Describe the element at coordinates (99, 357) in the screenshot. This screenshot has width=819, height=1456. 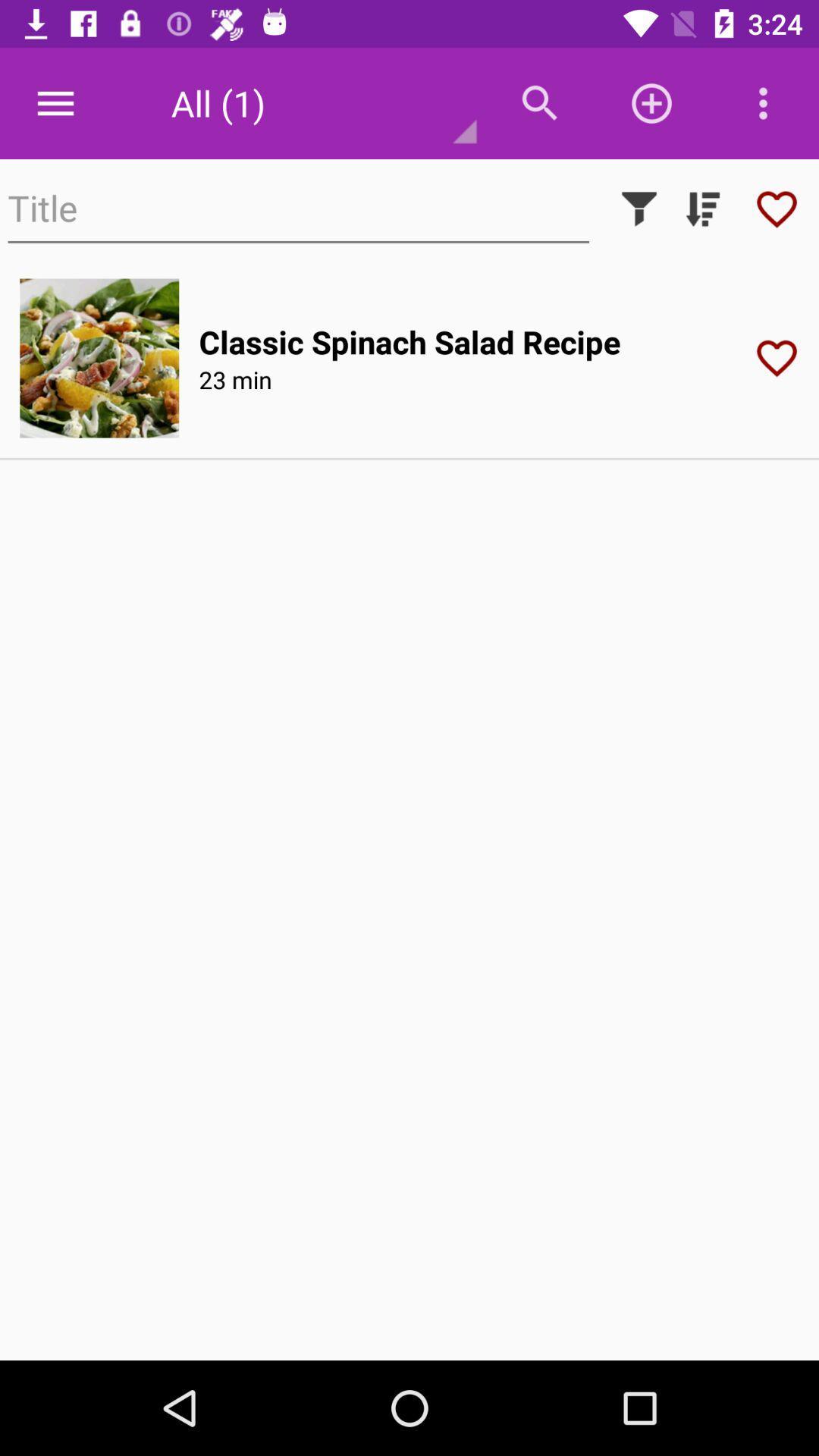
I see `choose a meal option` at that location.